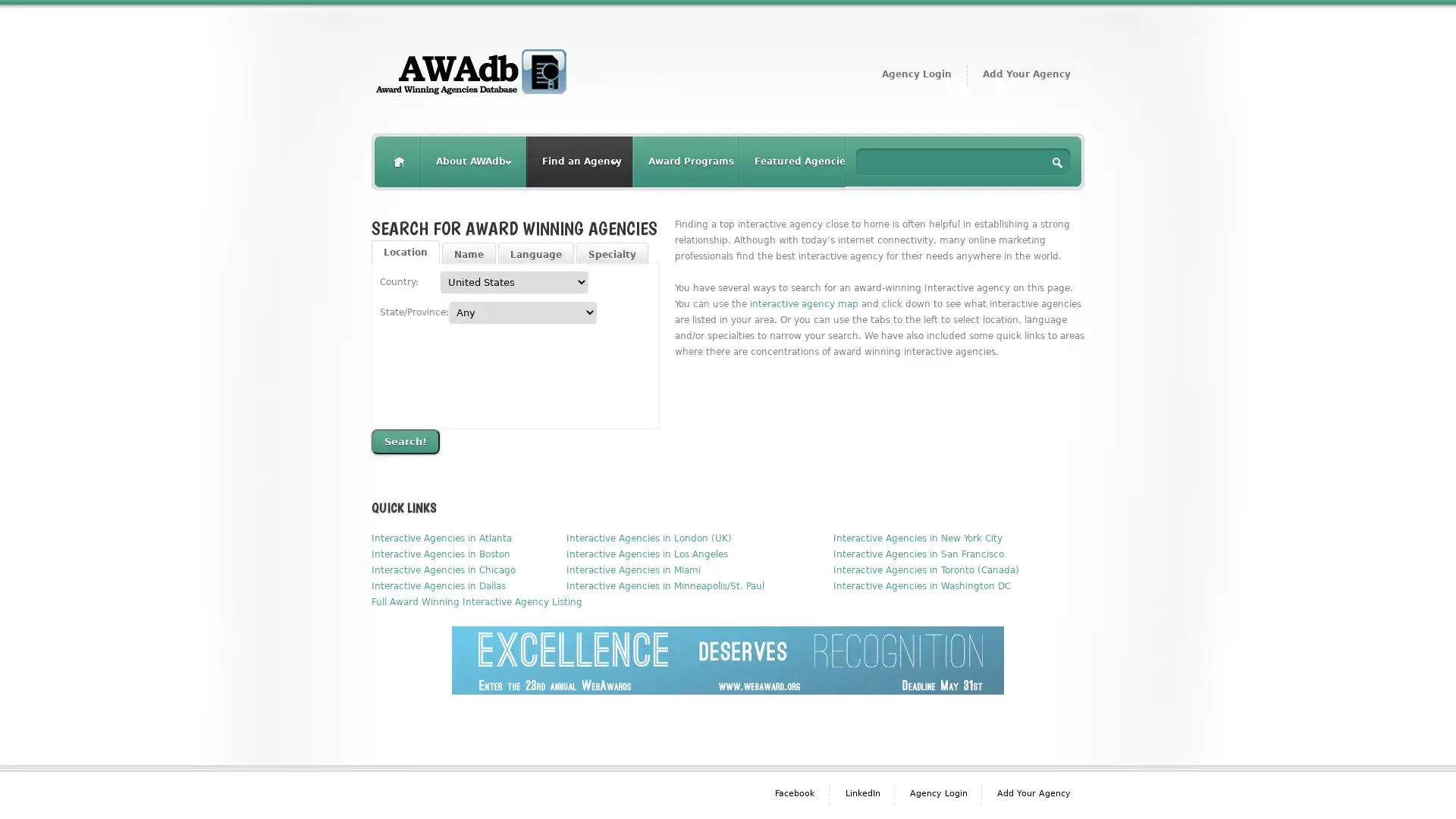 This screenshot has height=819, width=1456. Describe the element at coordinates (405, 441) in the screenshot. I see `Search!` at that location.